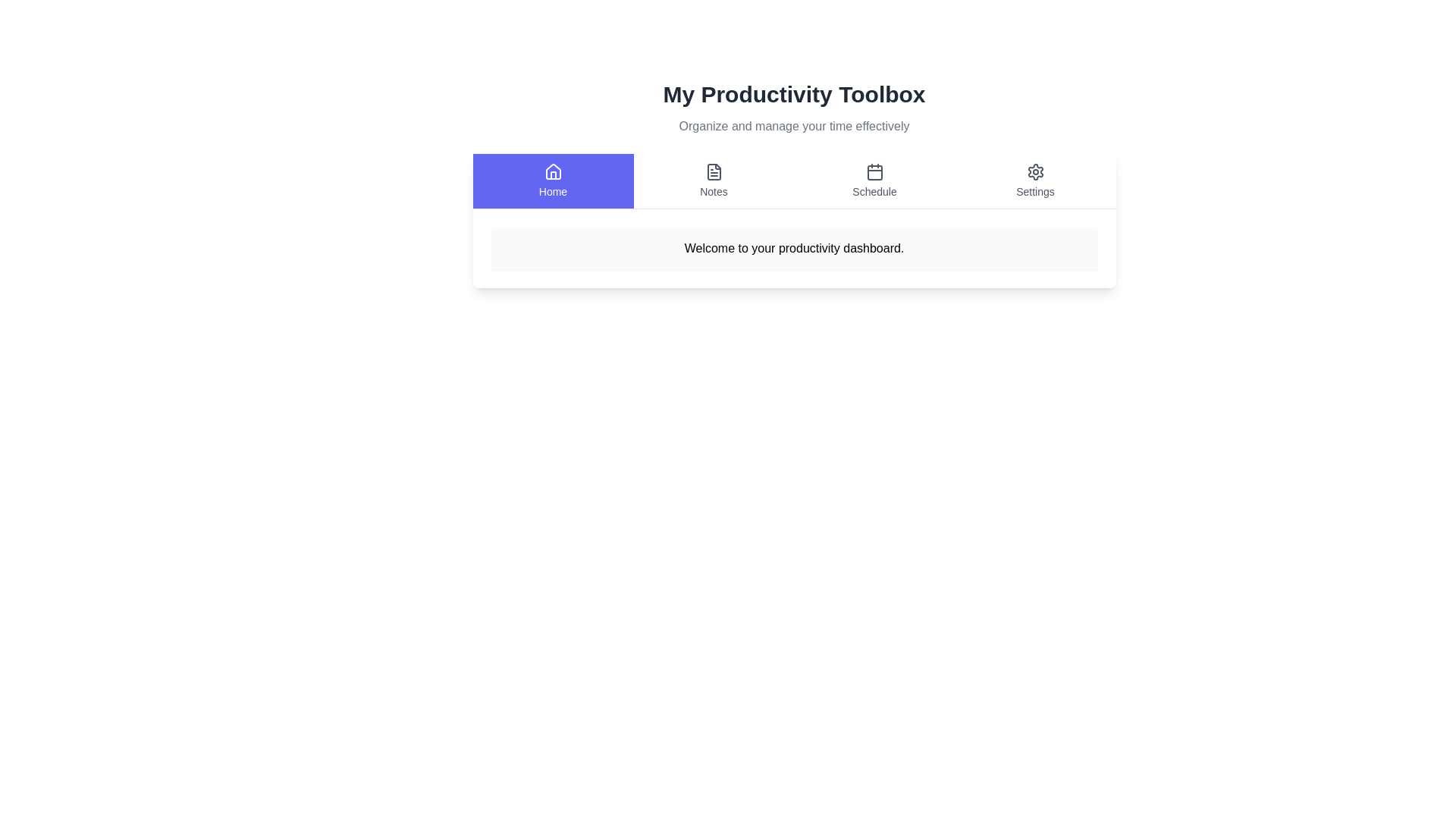 The image size is (1456, 819). I want to click on the 'Notes' icon, which is the second icon from the left in the menu, so click(713, 171).